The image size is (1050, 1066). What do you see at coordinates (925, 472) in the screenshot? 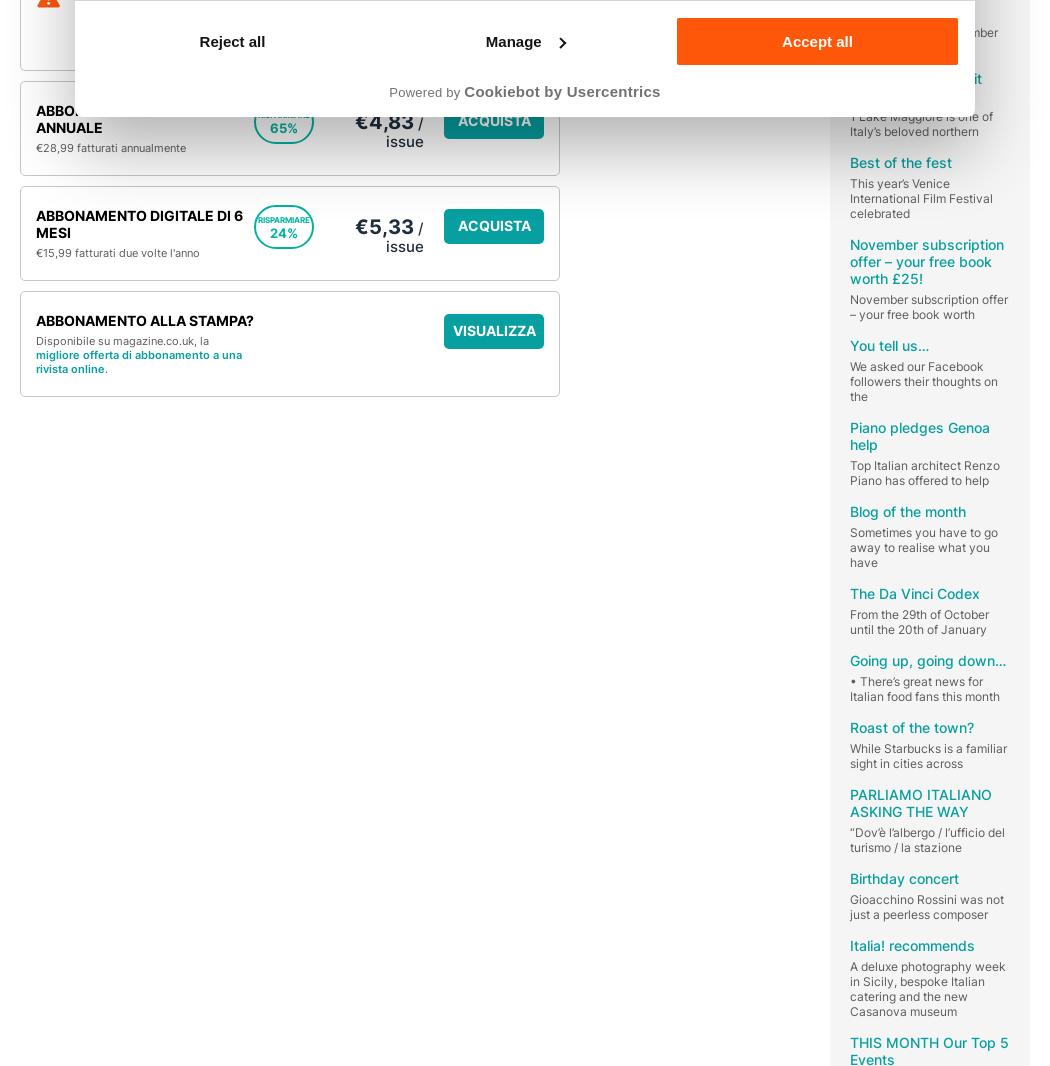
I see `'Top Italian architect Renzo Piano has offered to help'` at bounding box center [925, 472].